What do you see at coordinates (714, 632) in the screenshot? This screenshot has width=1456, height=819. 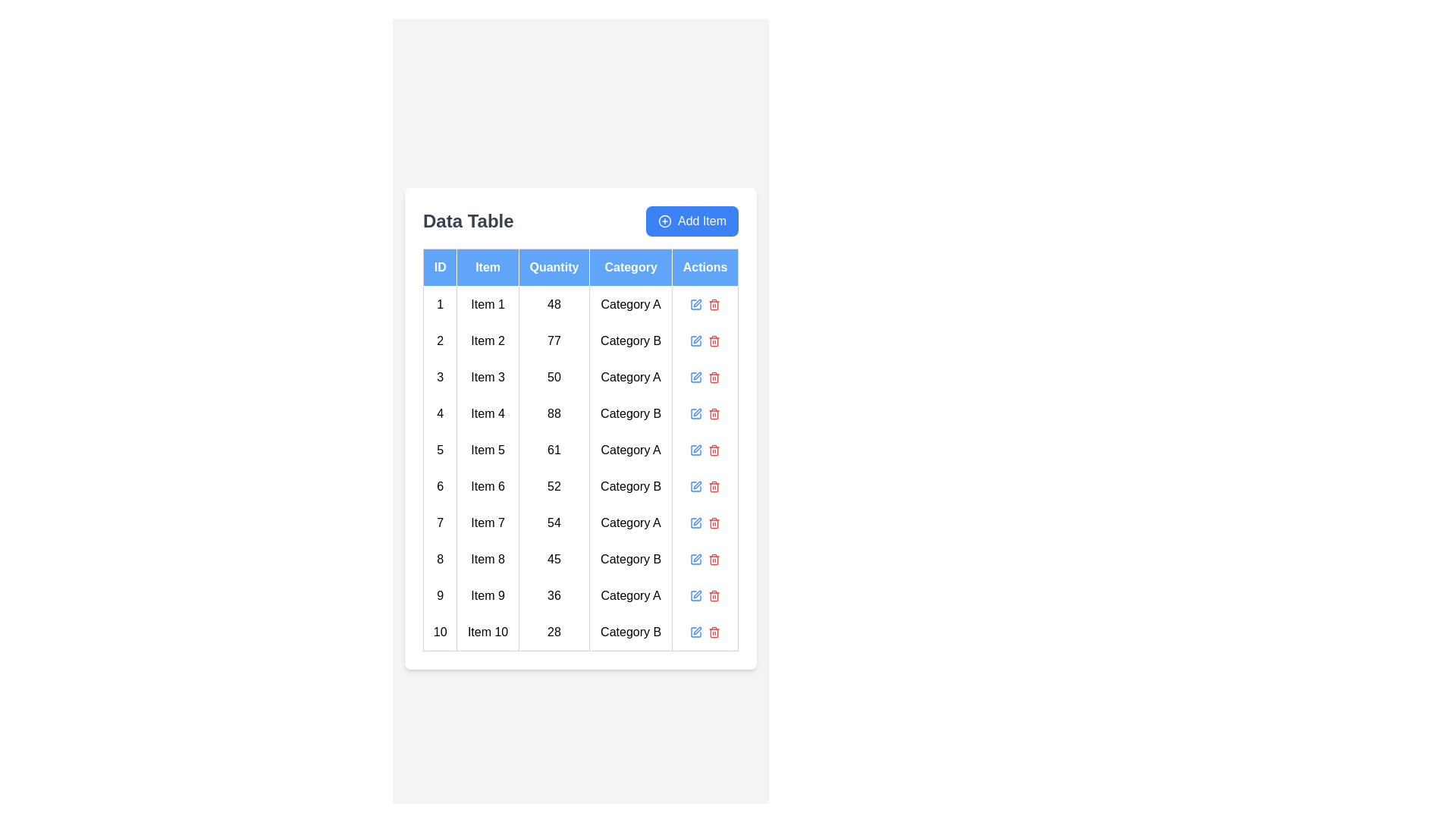 I see `the red trash bin icon in the Actions column of the tenth row of the data table to indicate deletion` at bounding box center [714, 632].